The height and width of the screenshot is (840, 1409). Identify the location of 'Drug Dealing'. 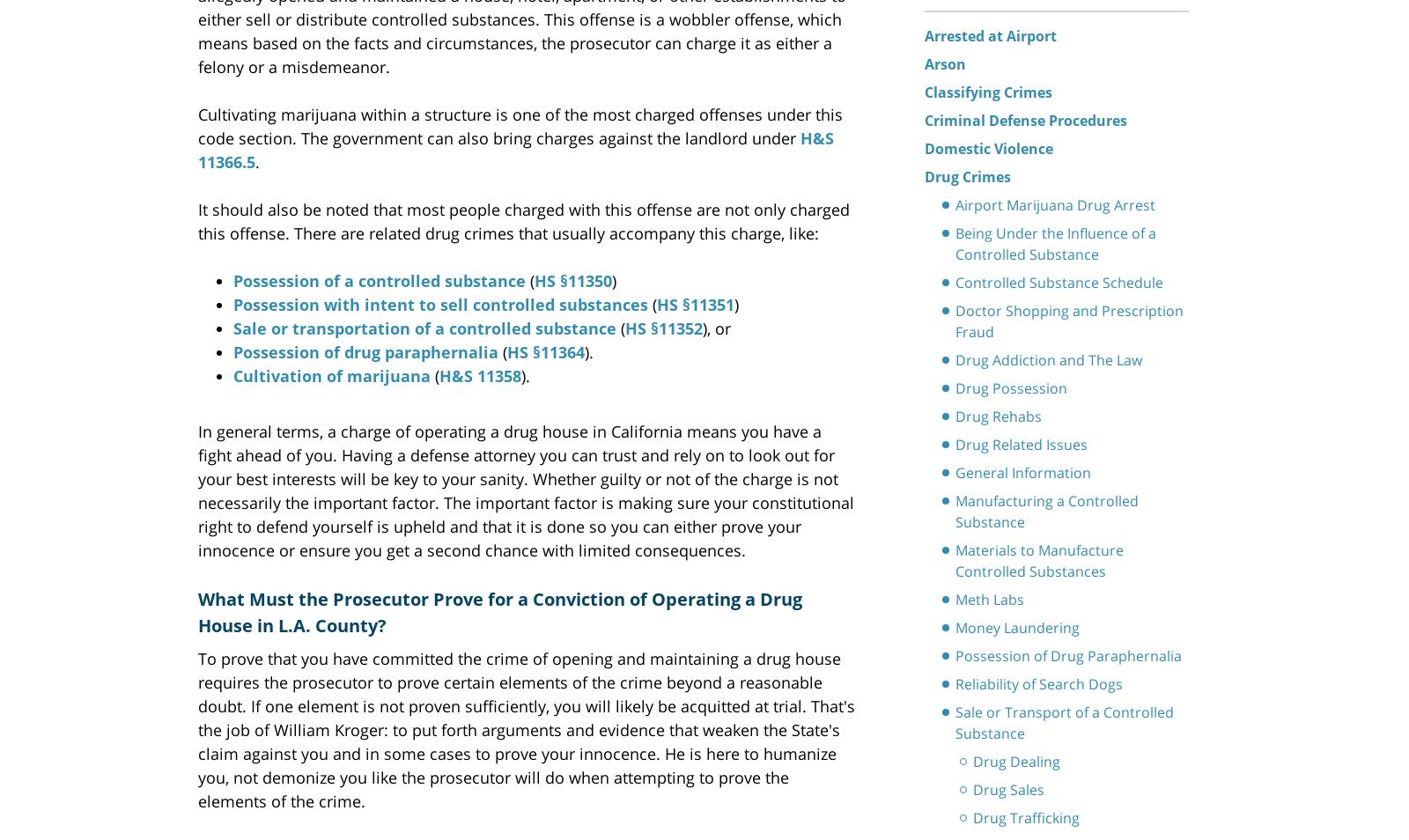
(1016, 761).